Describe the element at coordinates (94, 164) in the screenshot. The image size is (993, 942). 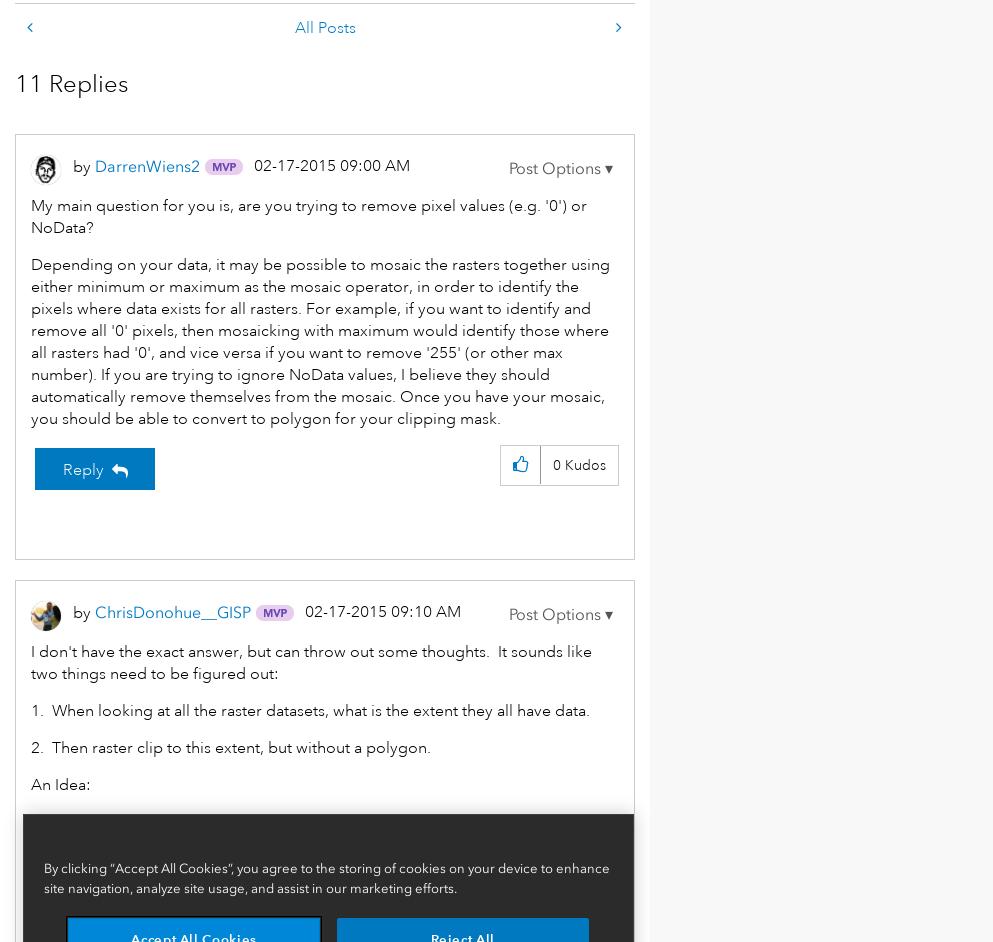
I see `'DarrenWiens2'` at that location.